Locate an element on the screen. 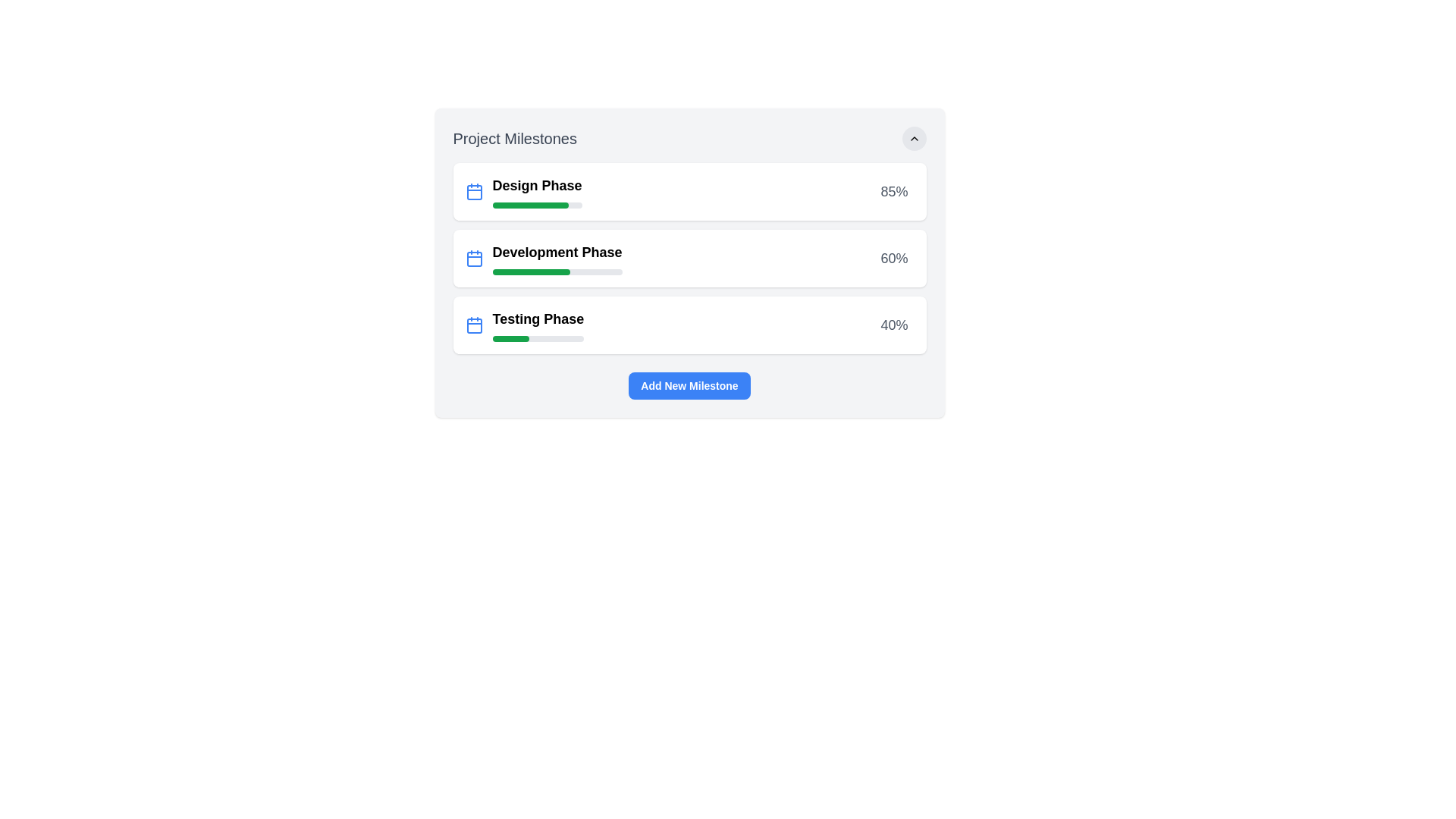 This screenshot has height=819, width=1456. the 'Development Phase' milestone item in the project milestones list is located at coordinates (544, 257).